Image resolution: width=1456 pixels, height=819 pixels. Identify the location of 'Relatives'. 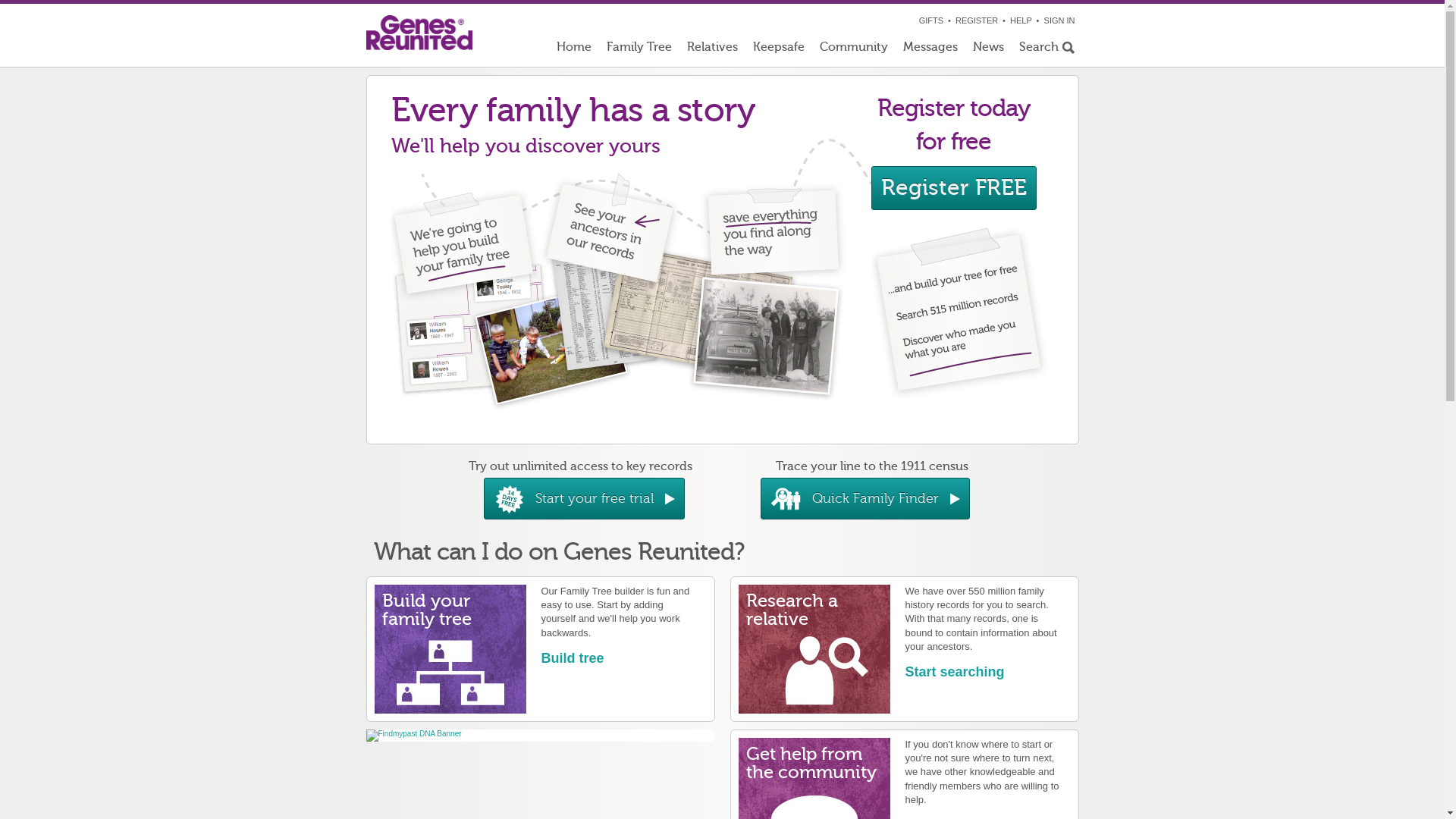
(711, 49).